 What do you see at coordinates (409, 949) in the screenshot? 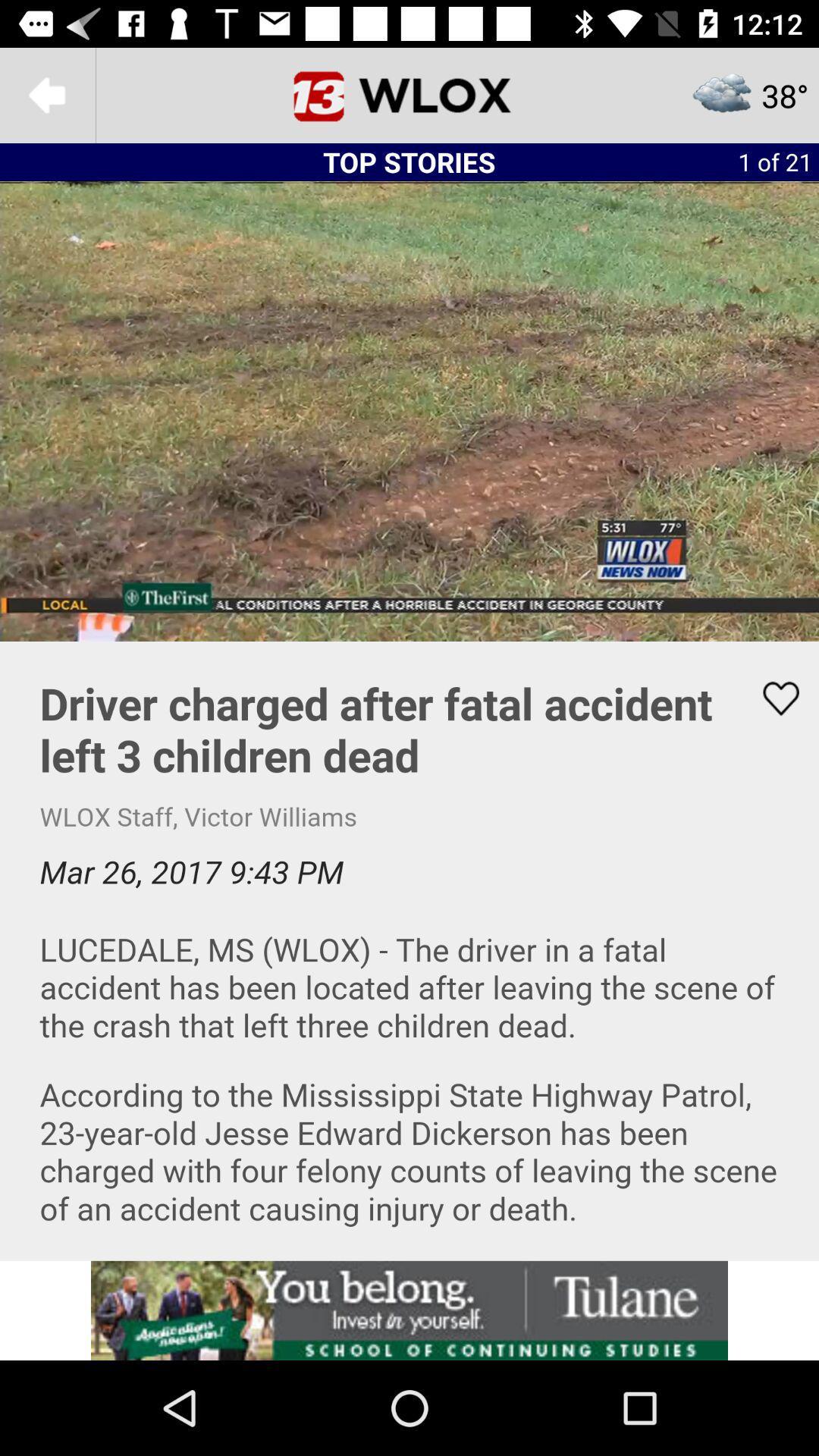
I see `to favorite` at bounding box center [409, 949].